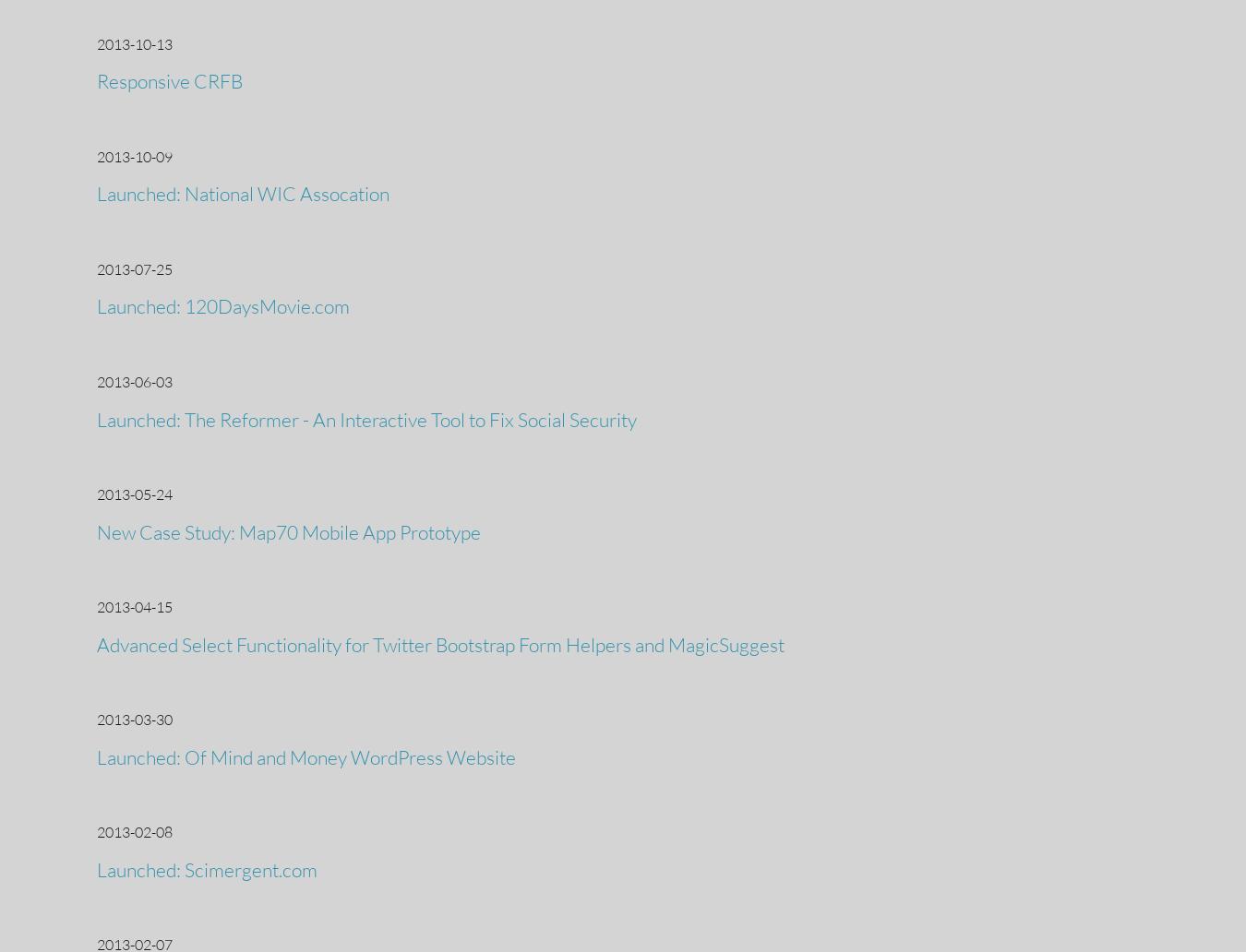 This screenshot has width=1246, height=952. I want to click on '2013-05-24', so click(96, 494).